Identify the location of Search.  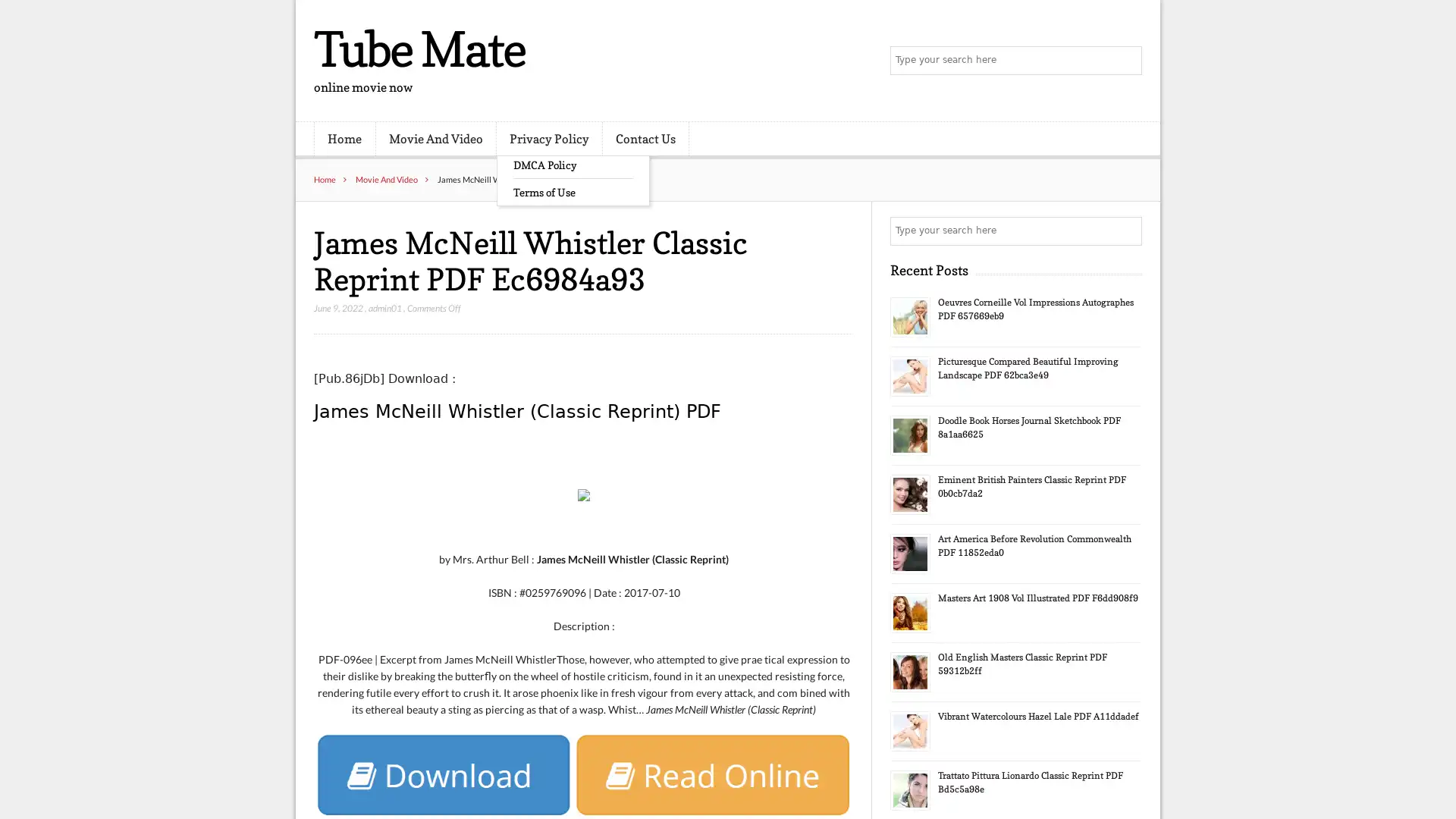
(1126, 61).